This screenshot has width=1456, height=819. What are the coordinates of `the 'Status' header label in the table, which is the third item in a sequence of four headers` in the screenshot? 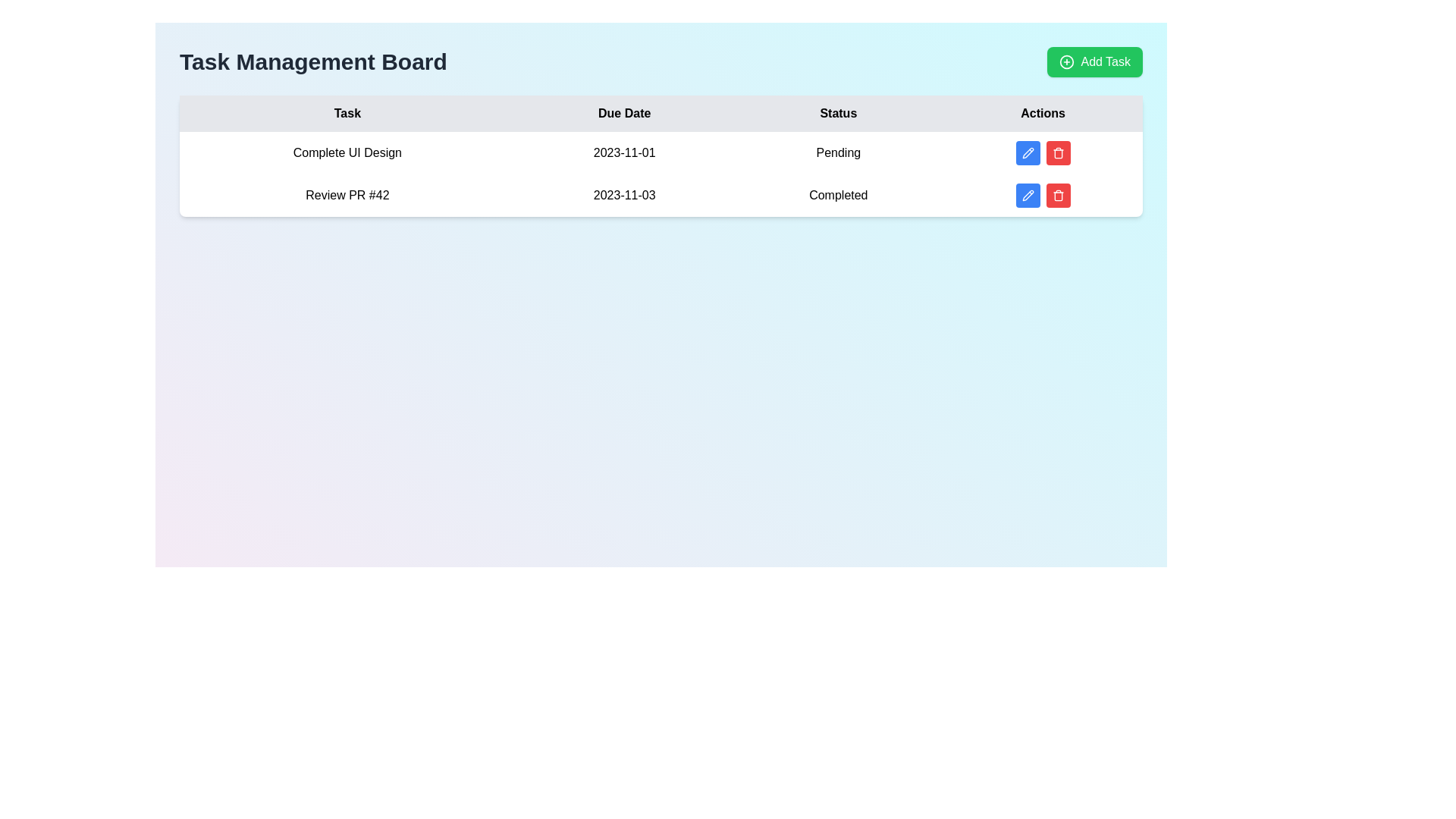 It's located at (837, 113).